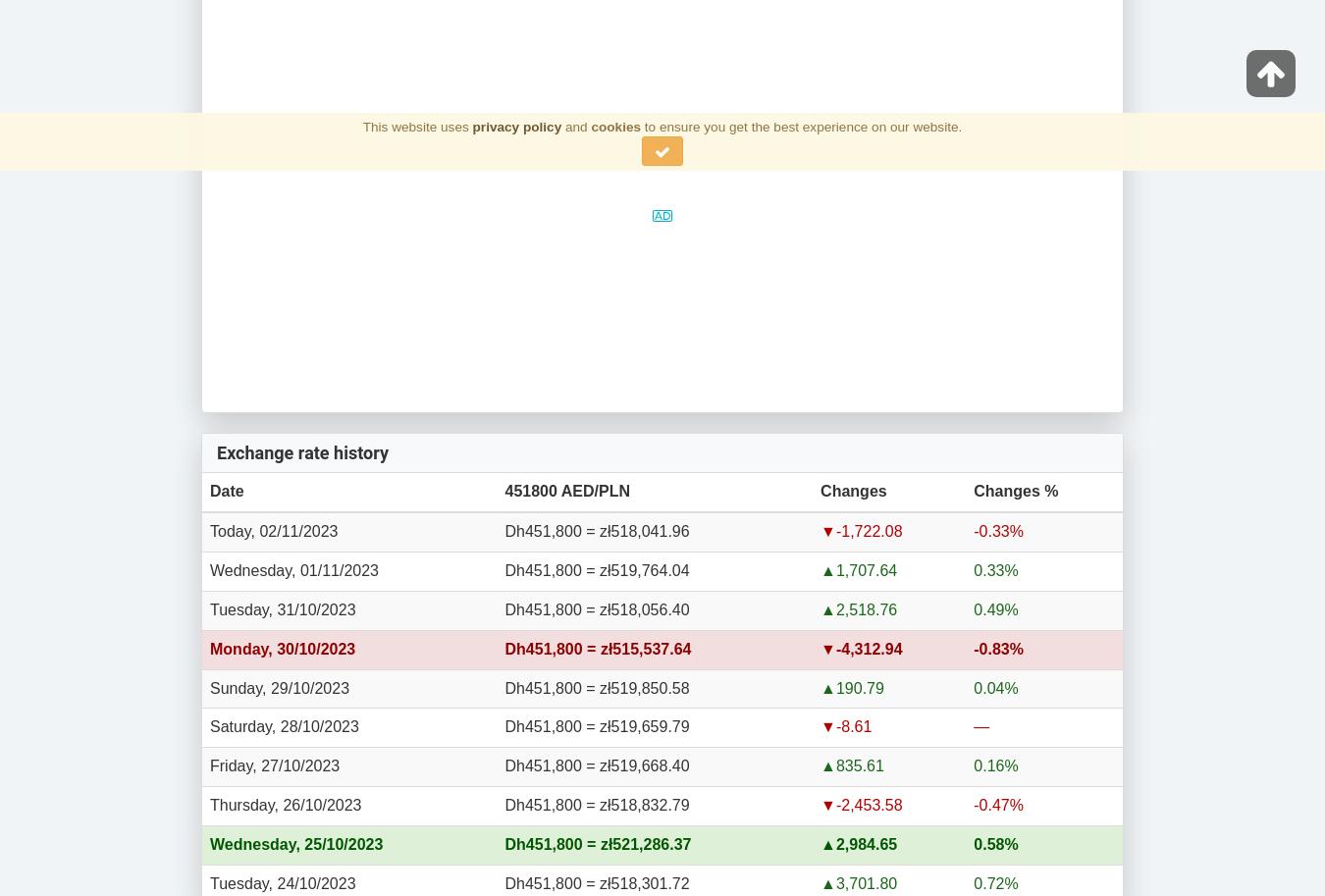  I want to click on '0.04%', so click(972, 687).